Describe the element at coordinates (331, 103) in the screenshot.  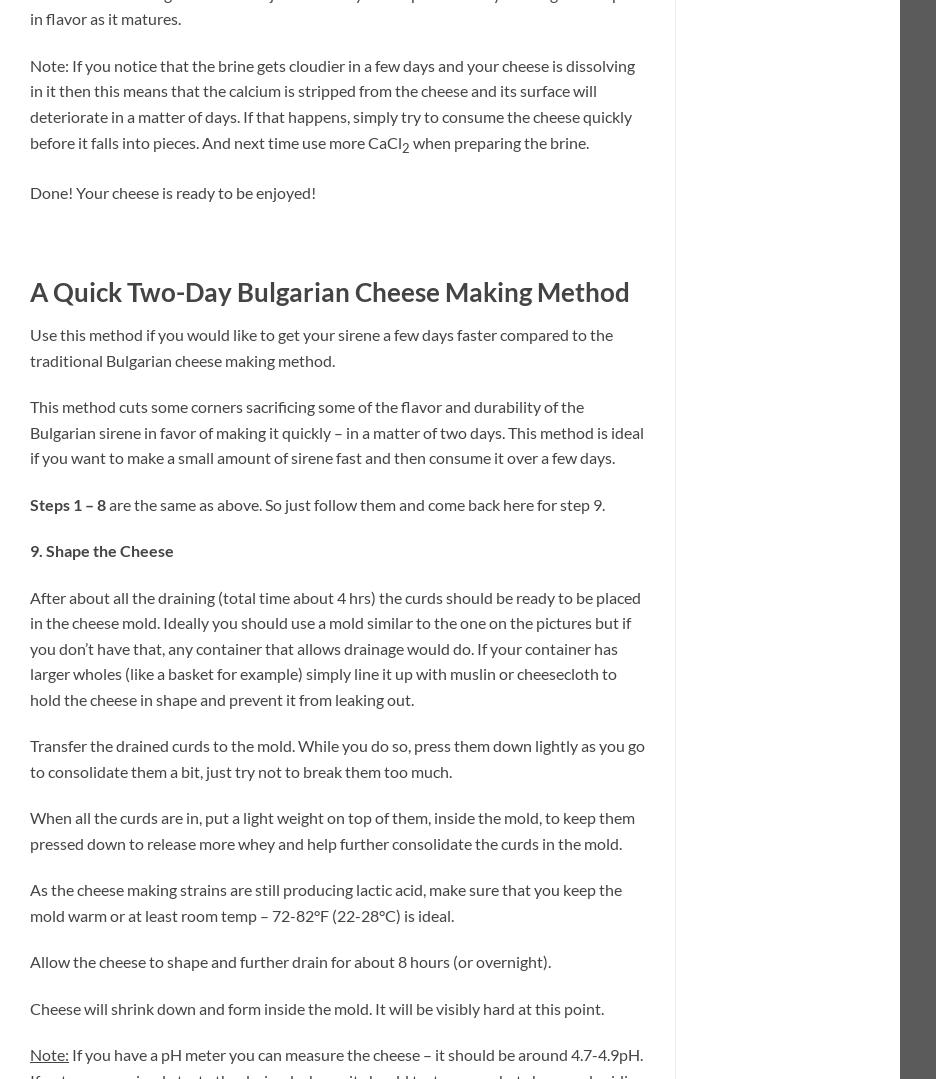
I see `'Note: If you notice that the brine gets cloudier in a few days and your cheese is dissolving in it then this means that the calcium is stripped from the cheese and its surface will deteriorate in a matter of days. If that happens, simply try to consume the cheese quickly before it falls into pieces. And next time use more CaCl'` at that location.